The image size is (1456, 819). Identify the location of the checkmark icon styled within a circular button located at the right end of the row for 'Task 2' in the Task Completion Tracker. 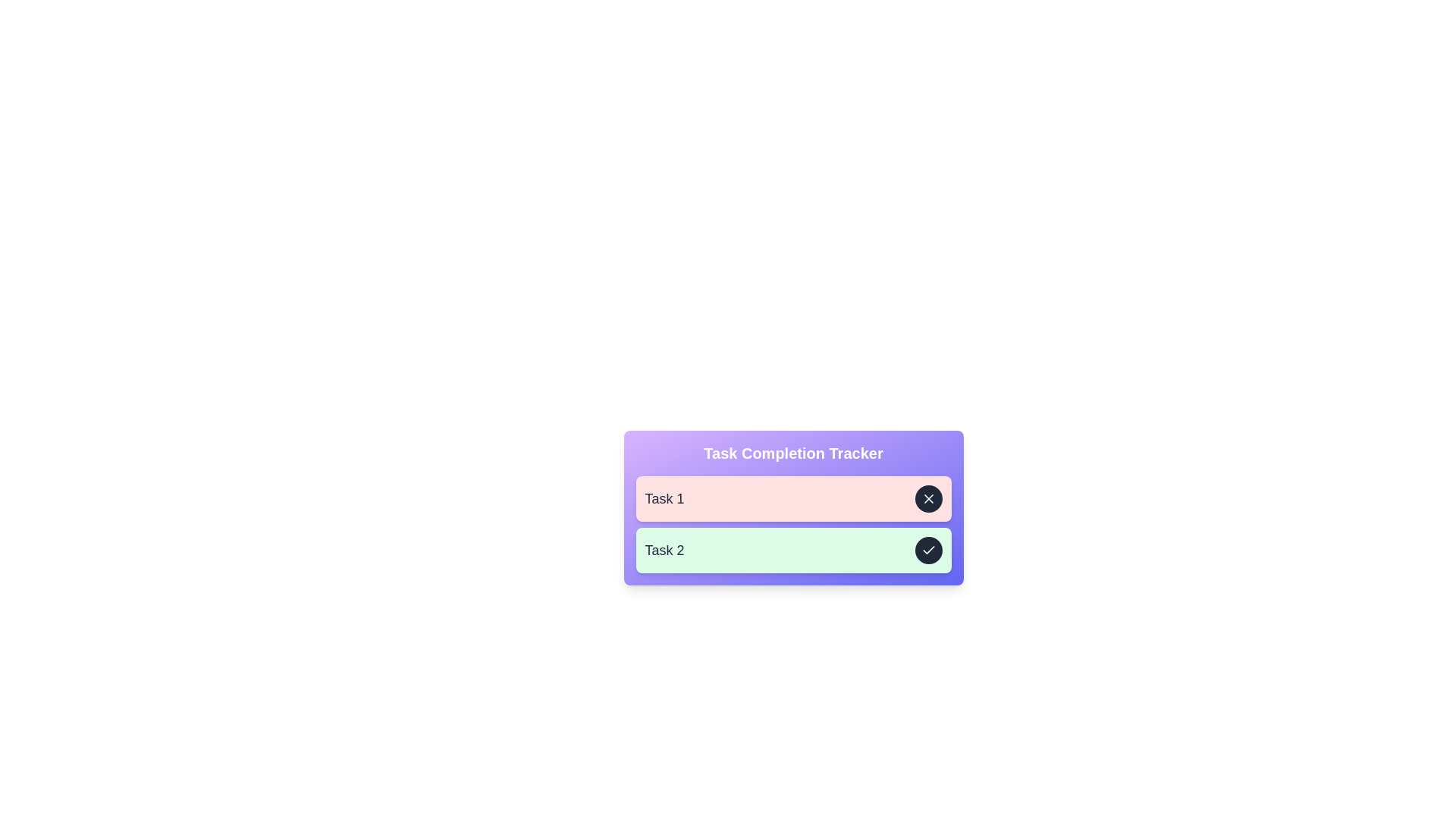
(927, 550).